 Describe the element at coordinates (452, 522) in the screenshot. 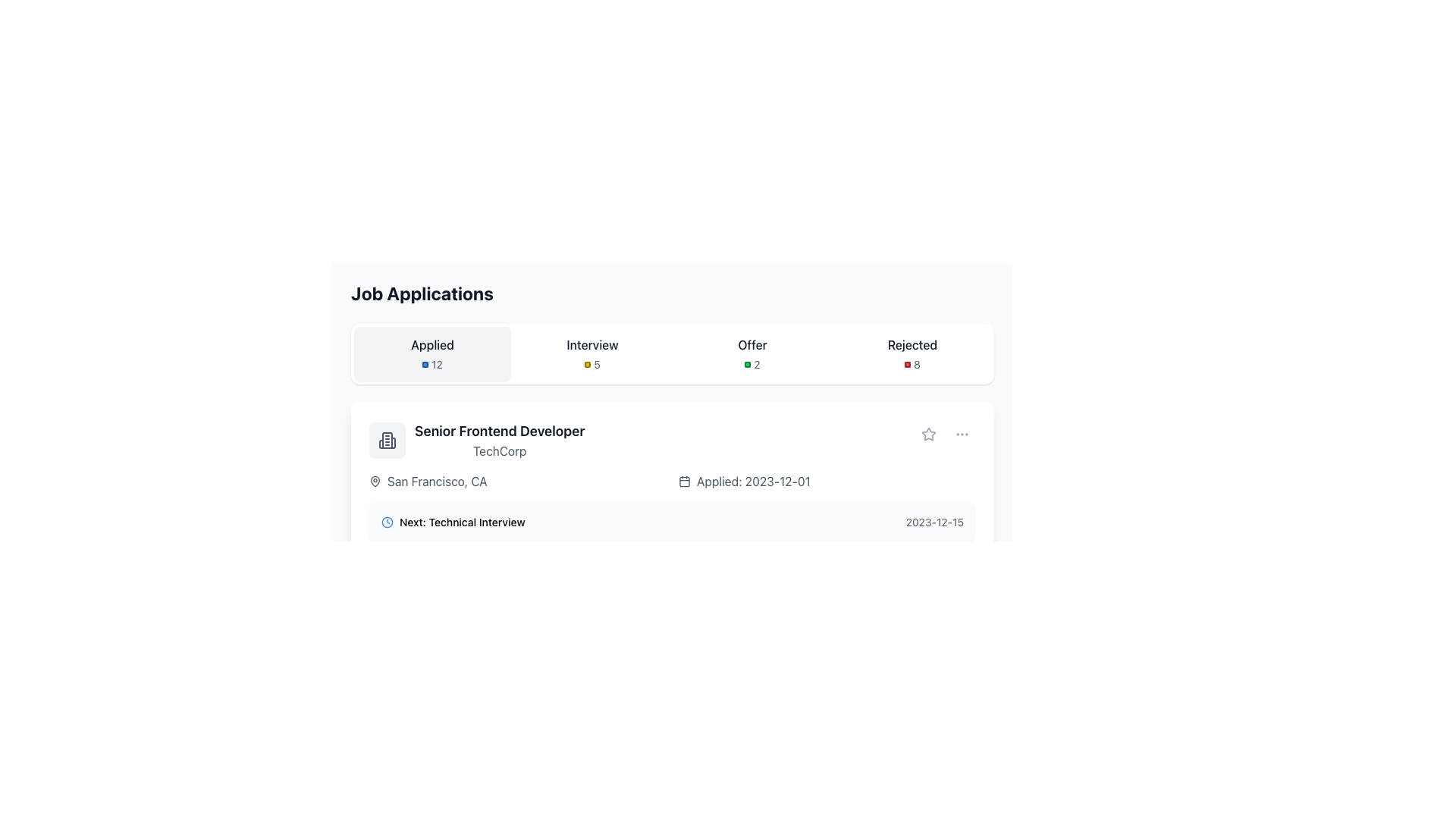

I see `informational label indicating the next step in the job application process for the 'Senior Frontend Developer' position, which is a 'Technical Interview.'` at that location.